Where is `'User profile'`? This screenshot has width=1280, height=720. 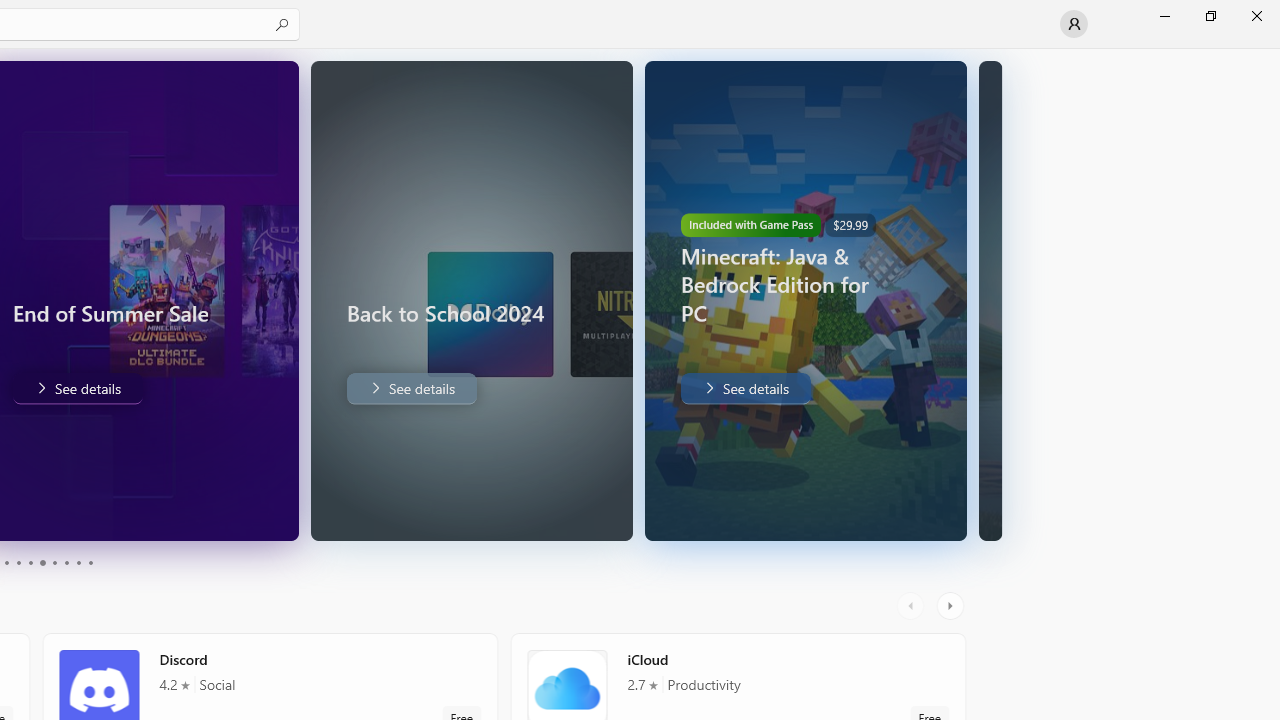
'User profile' is located at coordinates (1072, 24).